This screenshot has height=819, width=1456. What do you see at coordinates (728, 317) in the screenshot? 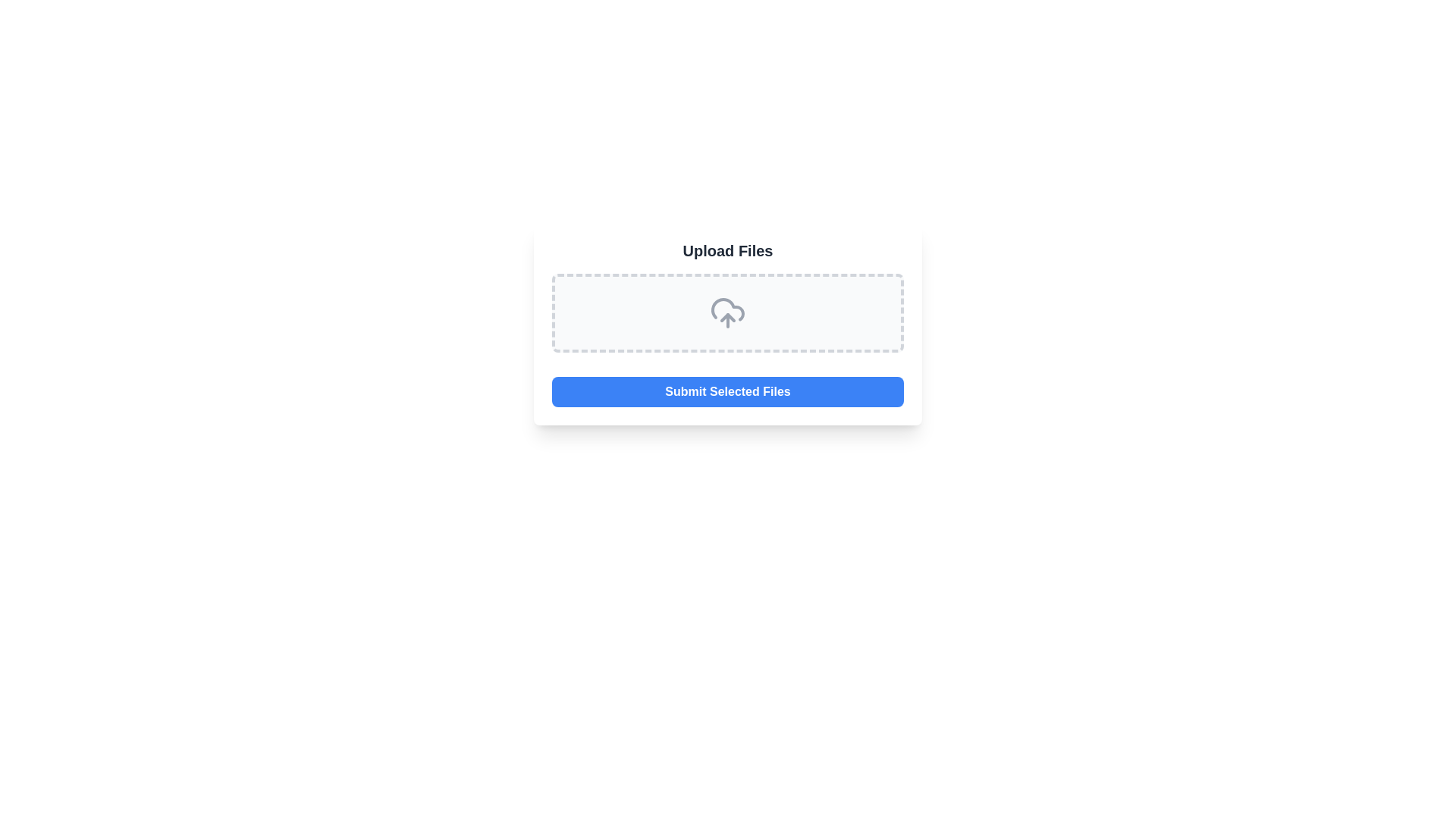
I see `the upward-pointing arrow located in the center-bottom of the cloud icon` at bounding box center [728, 317].